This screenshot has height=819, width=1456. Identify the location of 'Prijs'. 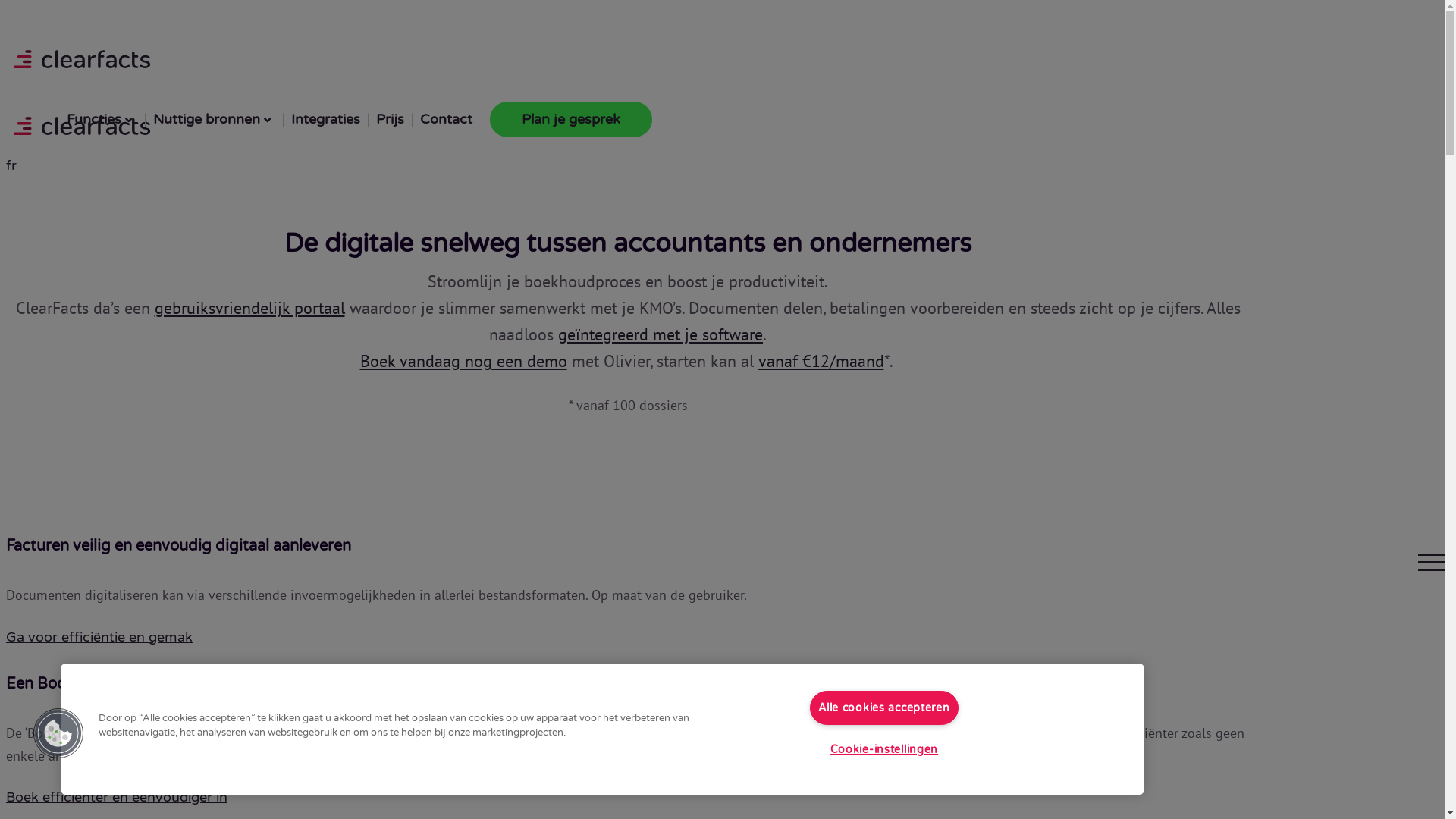
(390, 118).